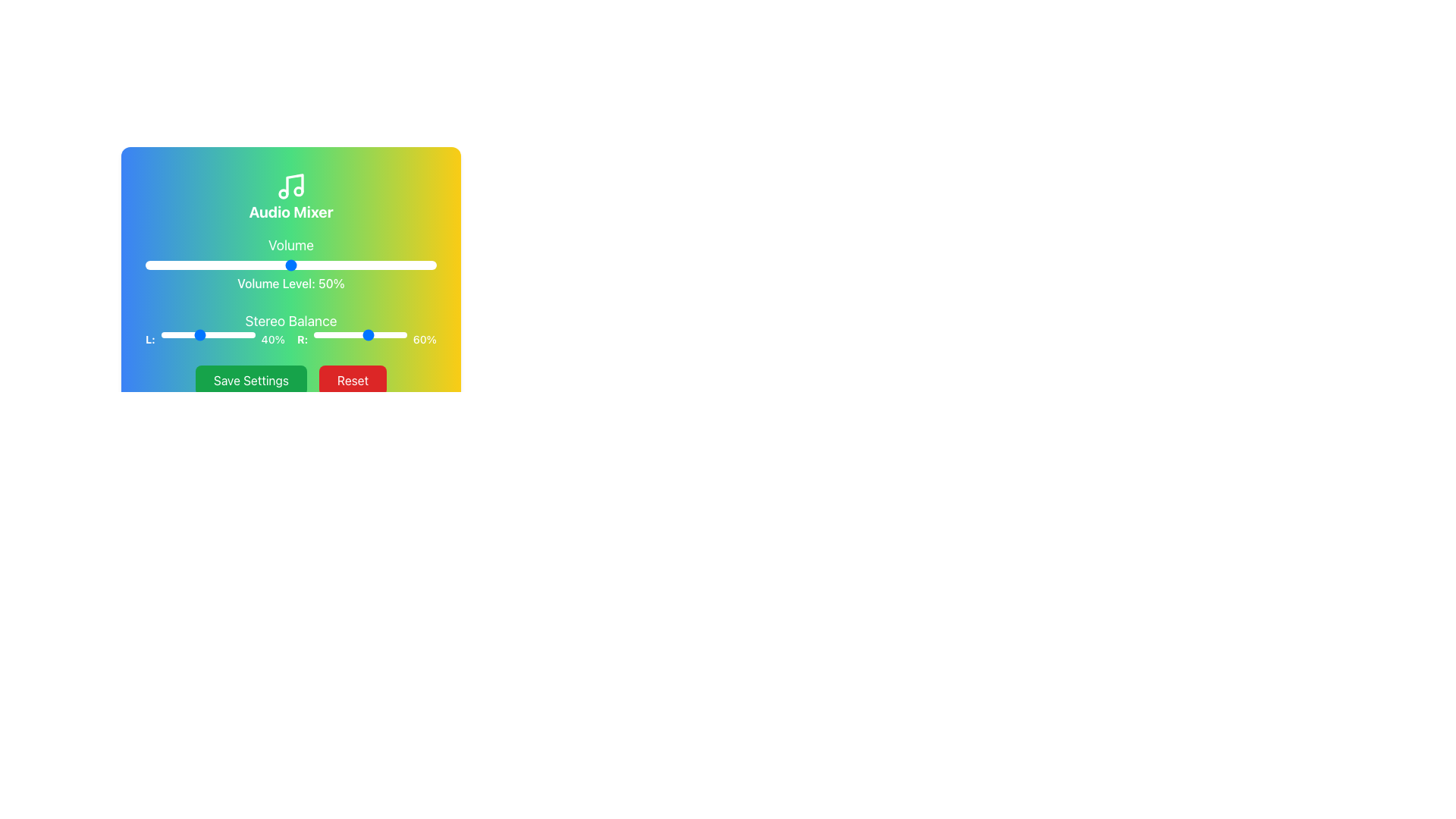 Image resolution: width=1456 pixels, height=819 pixels. What do you see at coordinates (222, 334) in the screenshot?
I see `the slider` at bounding box center [222, 334].